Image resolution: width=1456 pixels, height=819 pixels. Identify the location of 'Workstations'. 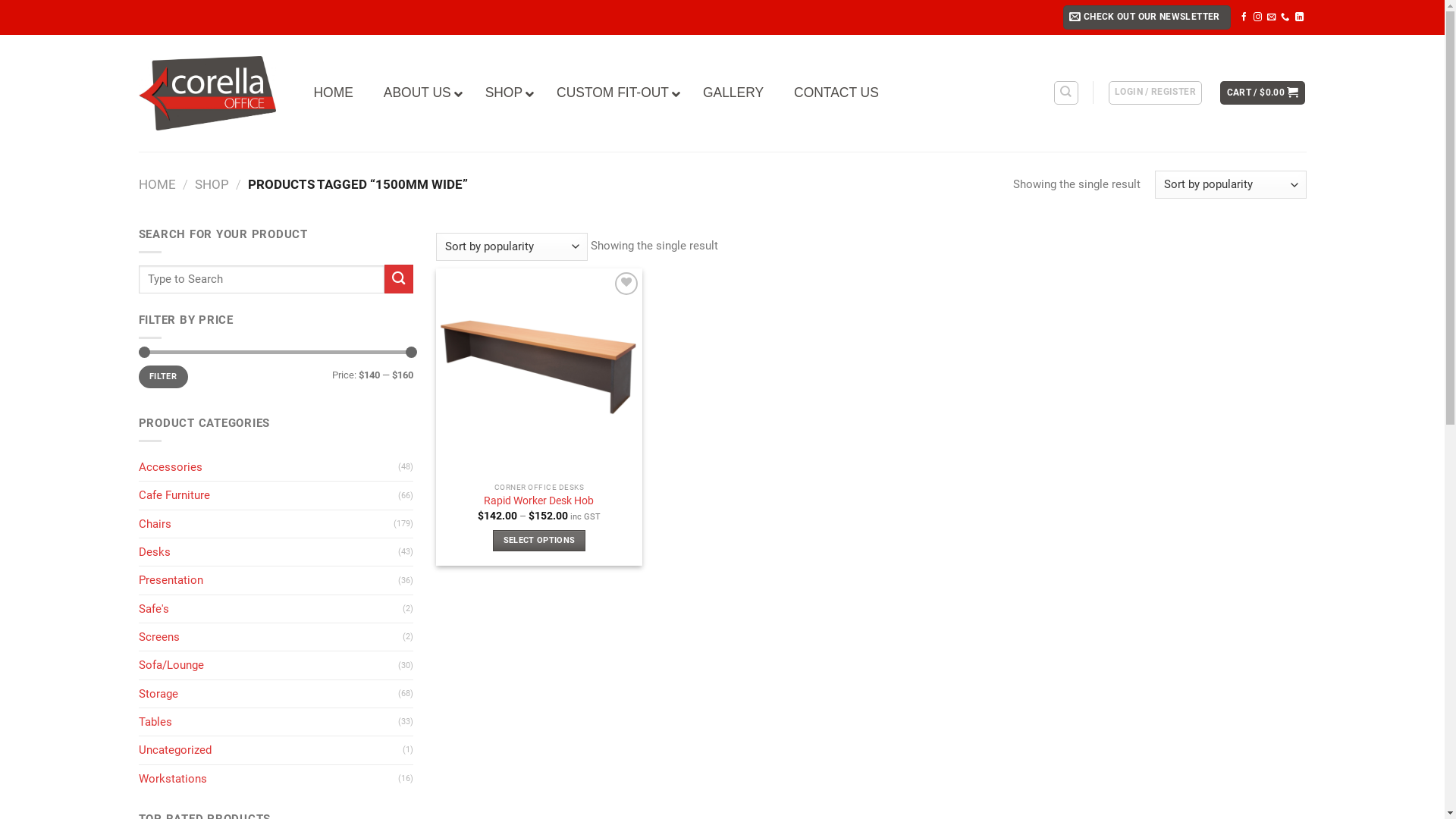
(268, 778).